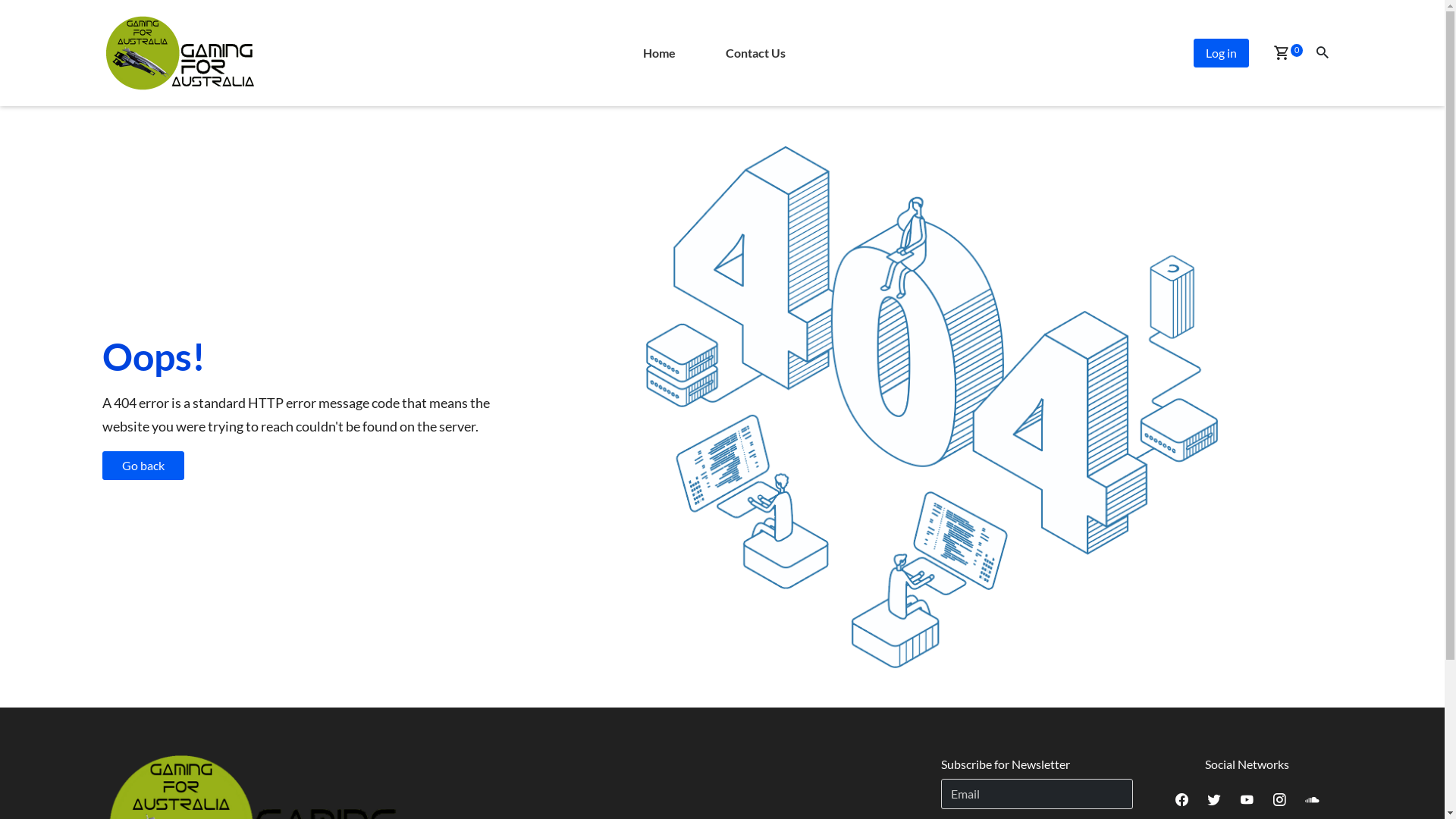  Describe the element at coordinates (1221, 52) in the screenshot. I see `'Log in'` at that location.